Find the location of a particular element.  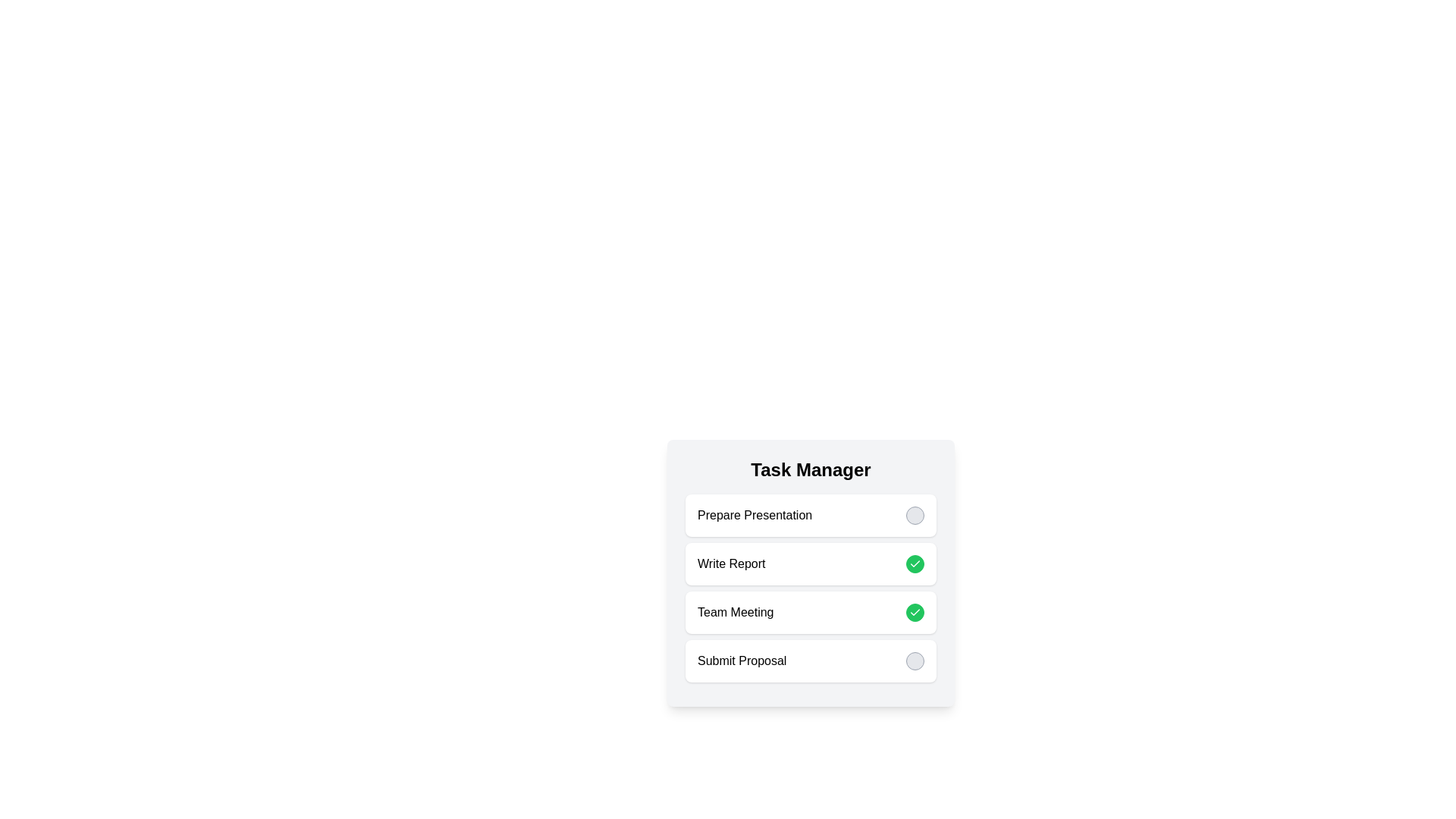

the task name Team Meeting to select it is located at coordinates (736, 611).